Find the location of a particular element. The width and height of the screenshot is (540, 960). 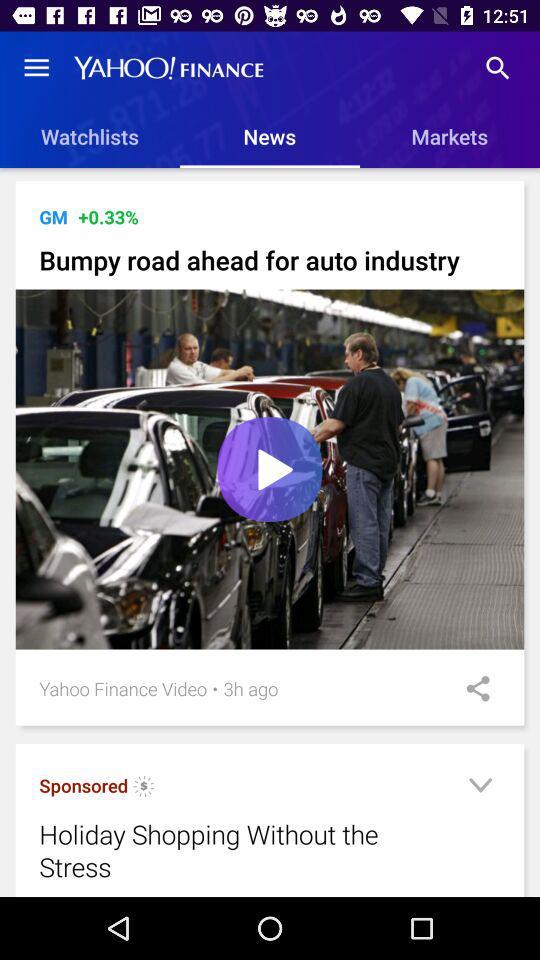

the yahoo finance video is located at coordinates (123, 688).